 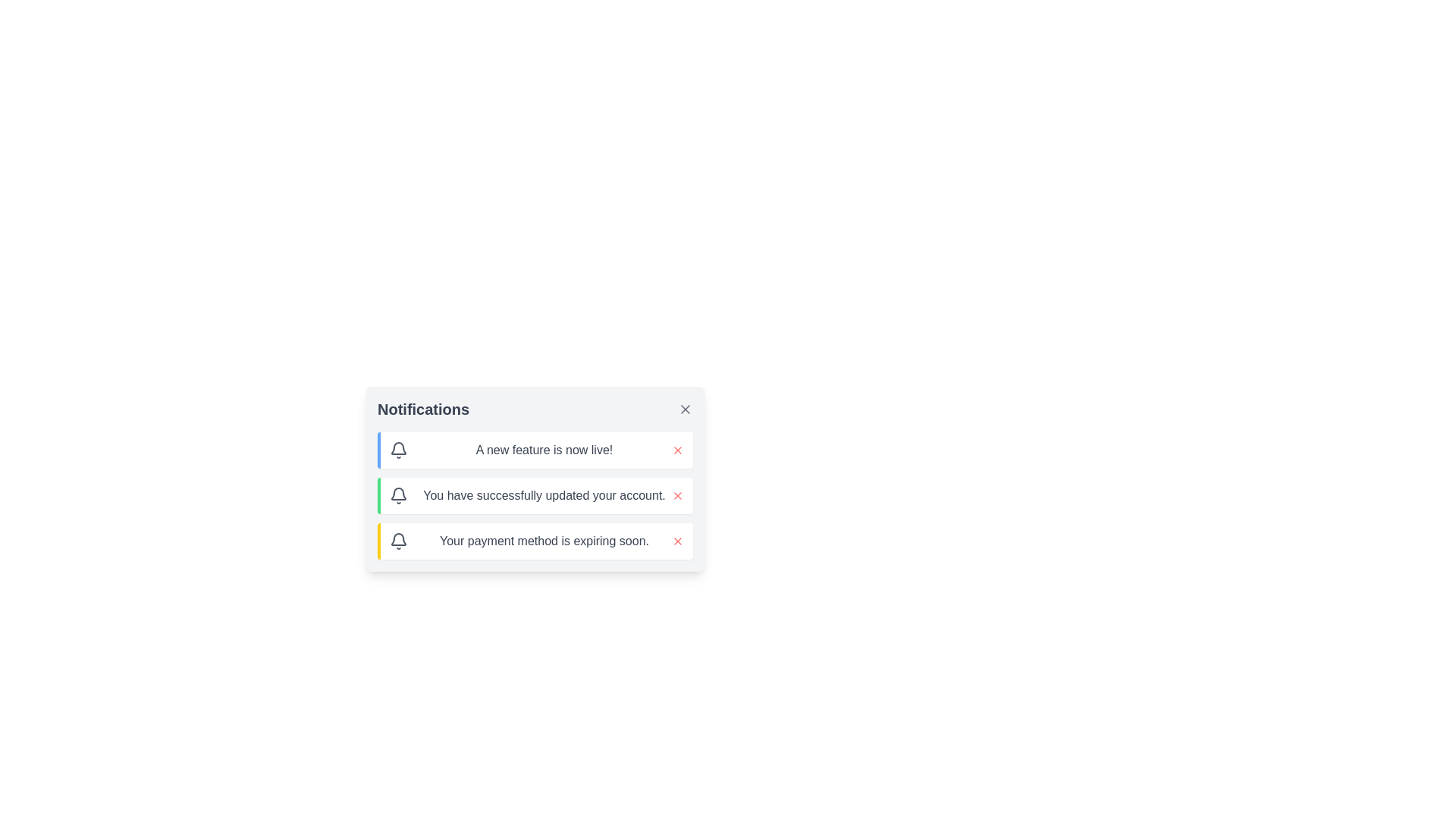 I want to click on the bell icon representing notifications, located within the notification card at the top of the notifications list, to the left of the text 'A new feature is now live!', so click(x=399, y=450).